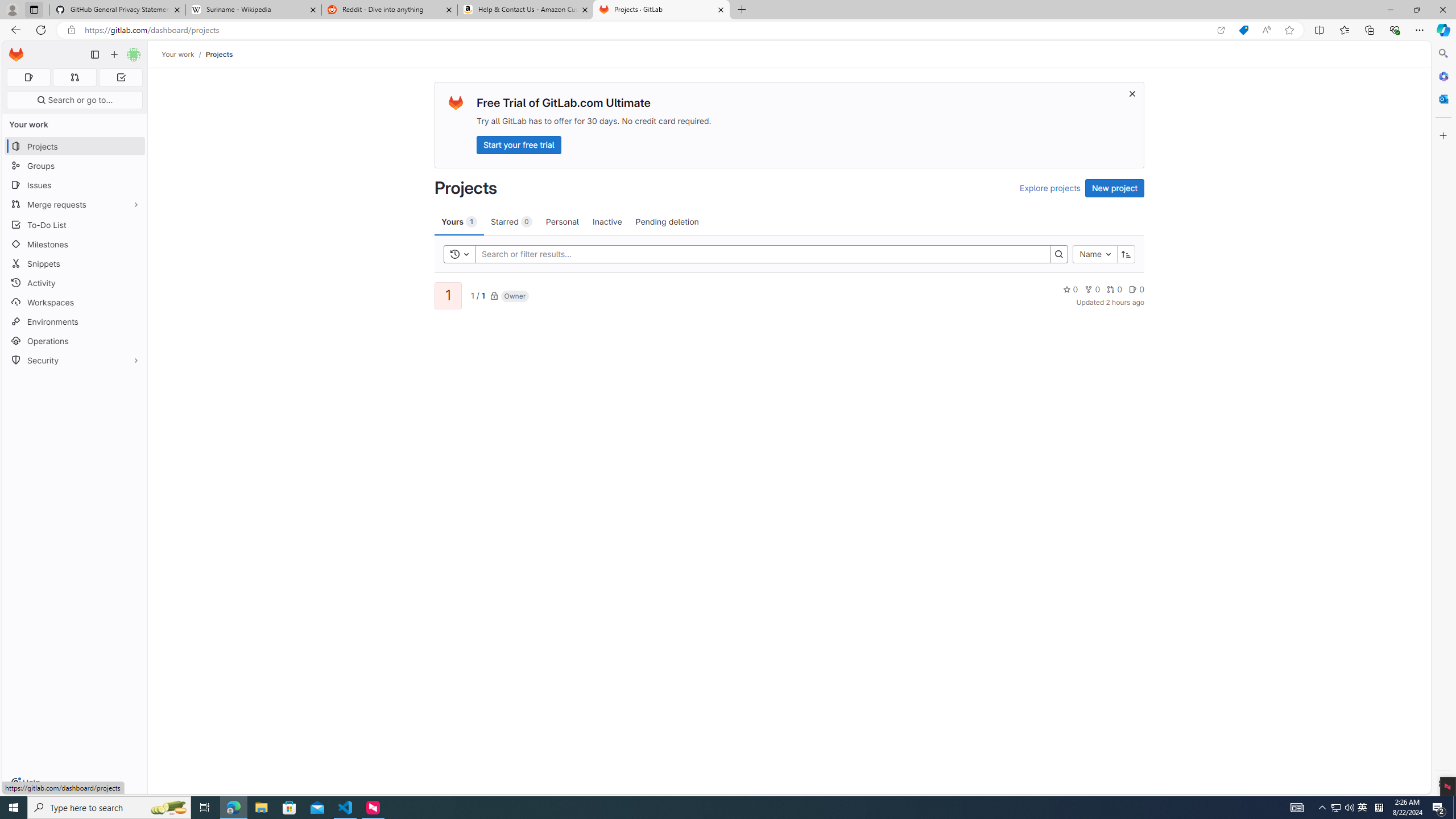  I want to click on 'Sort direction: Ascending', so click(1126, 254).